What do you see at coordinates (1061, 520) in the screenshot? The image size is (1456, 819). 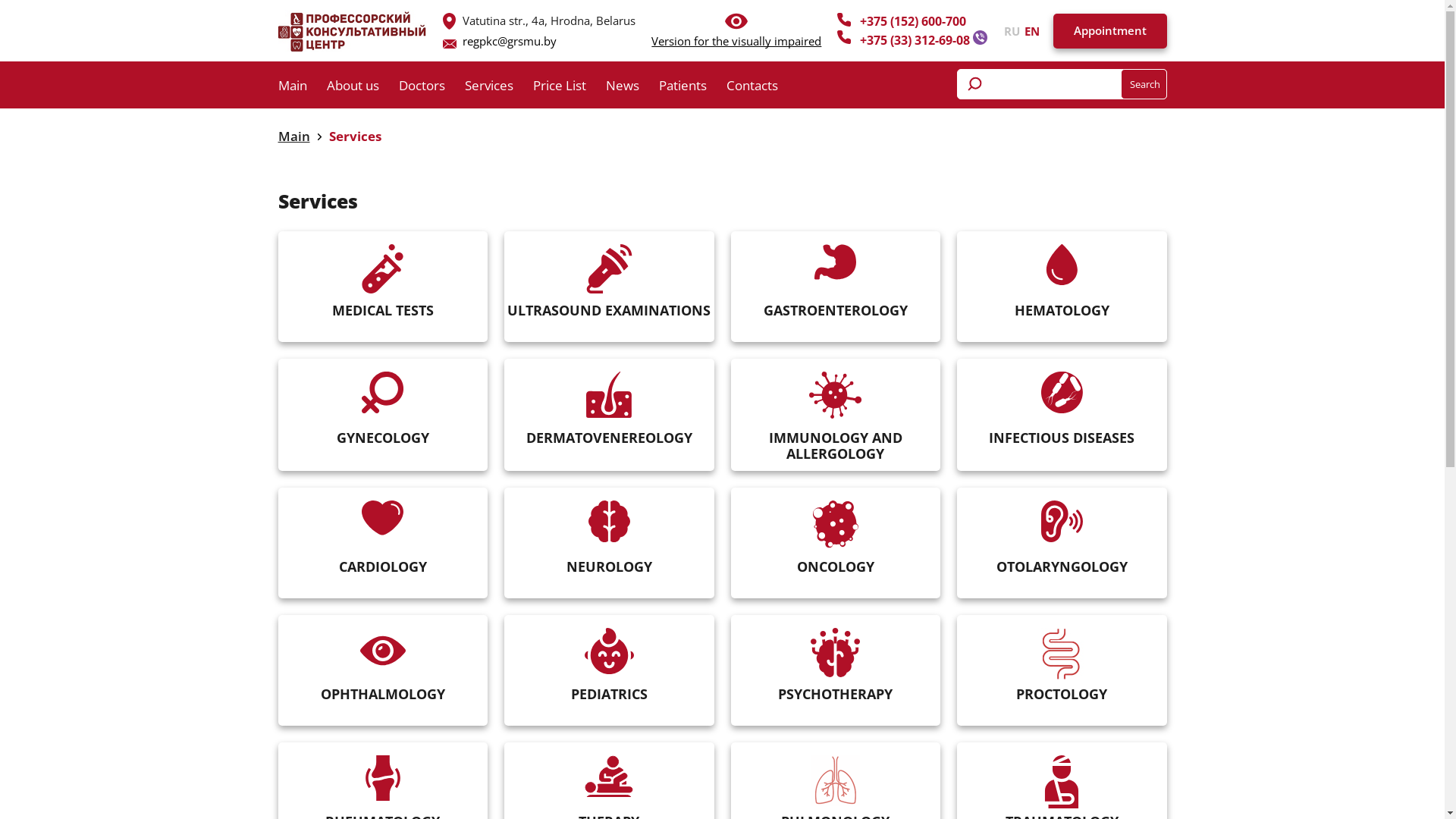 I see `'Otolaryngology'` at bounding box center [1061, 520].